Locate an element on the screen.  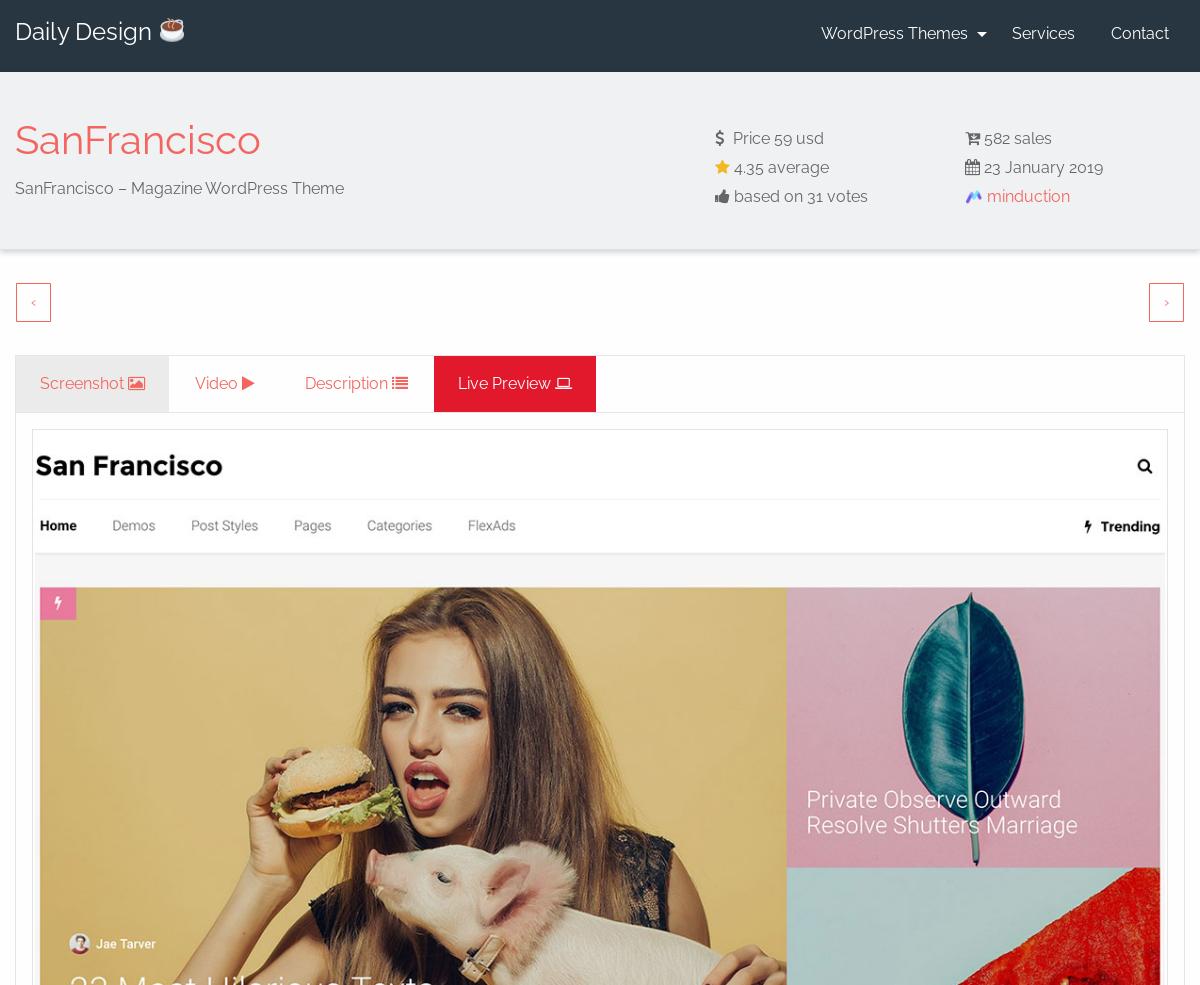
'4.35 average' is located at coordinates (778, 166).